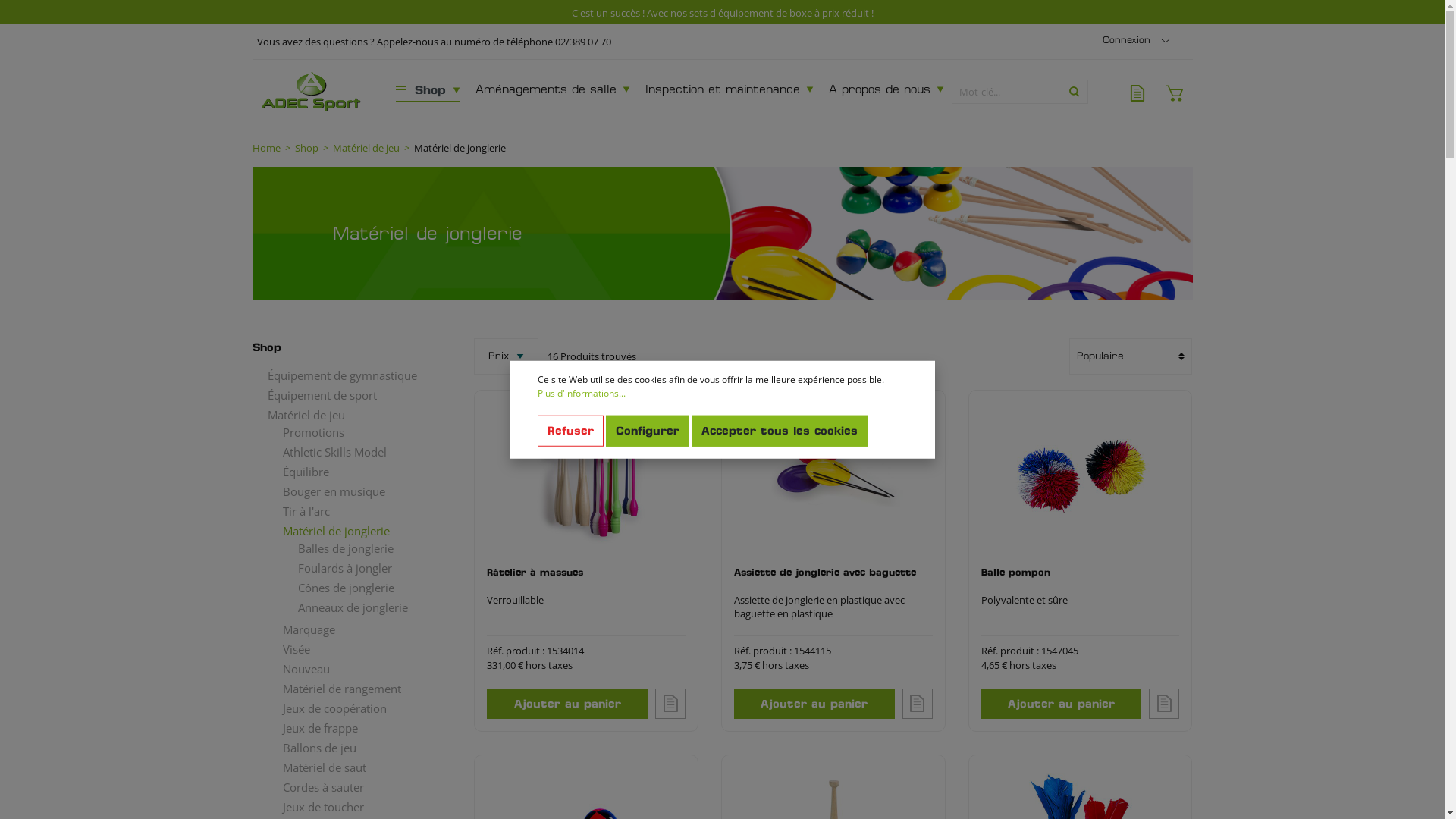 Image resolution: width=1456 pixels, height=819 pixels. I want to click on 'A propos de nous', so click(886, 91).